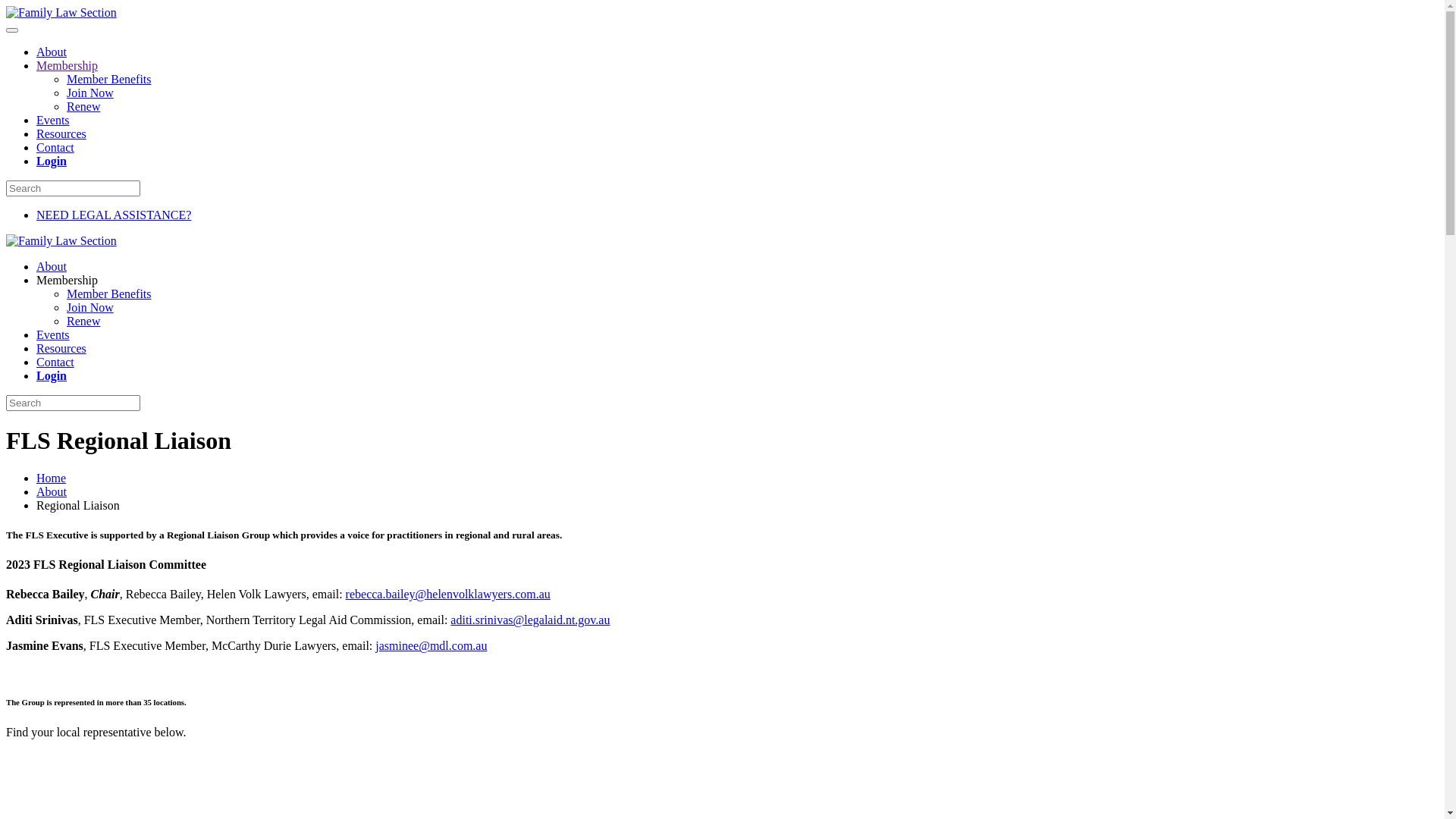  Describe the element at coordinates (112, 215) in the screenshot. I see `'NEED LEGAL ASSISTANCE?'` at that location.